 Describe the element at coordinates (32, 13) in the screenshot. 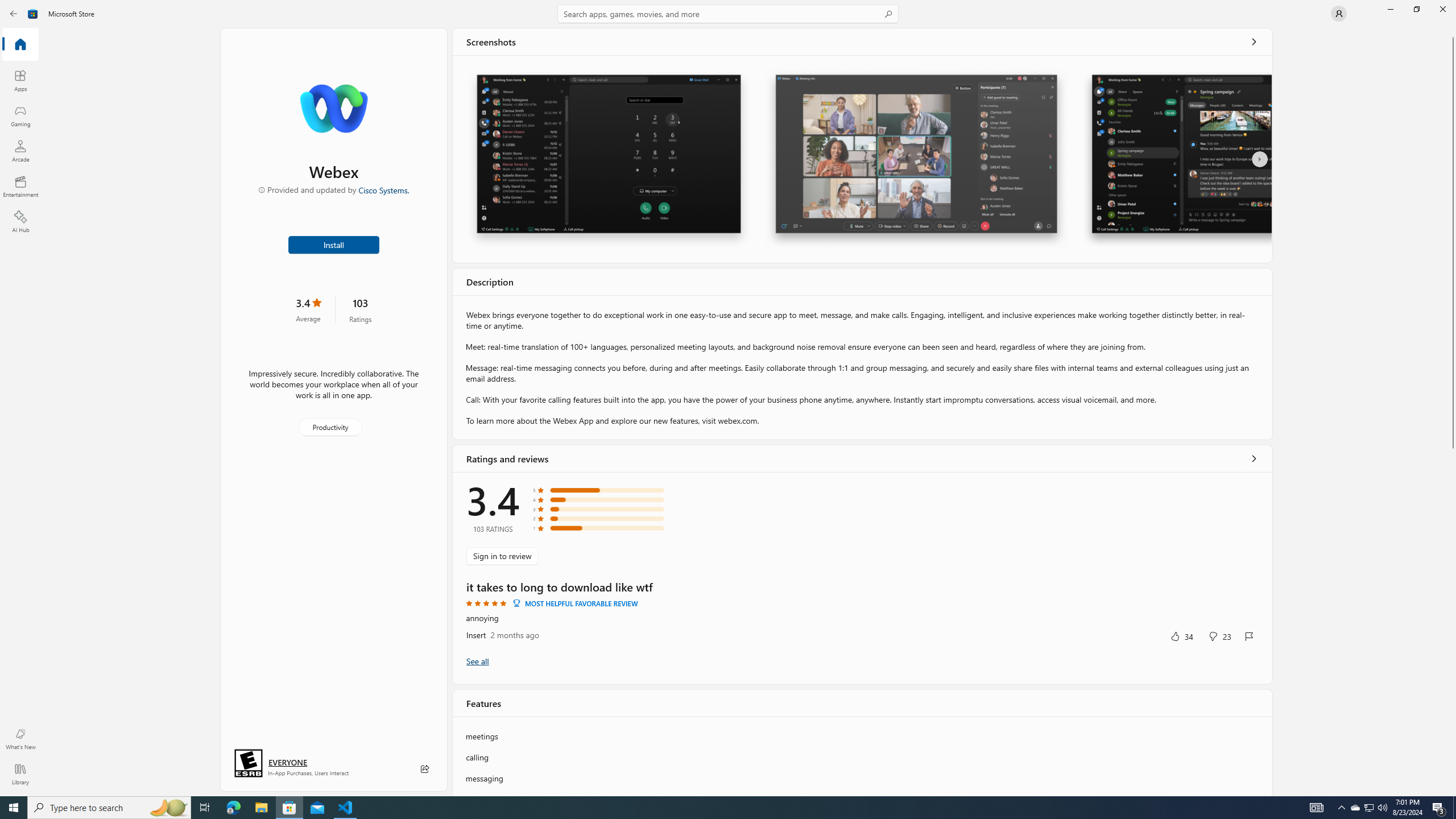

I see `'Class: Image'` at that location.